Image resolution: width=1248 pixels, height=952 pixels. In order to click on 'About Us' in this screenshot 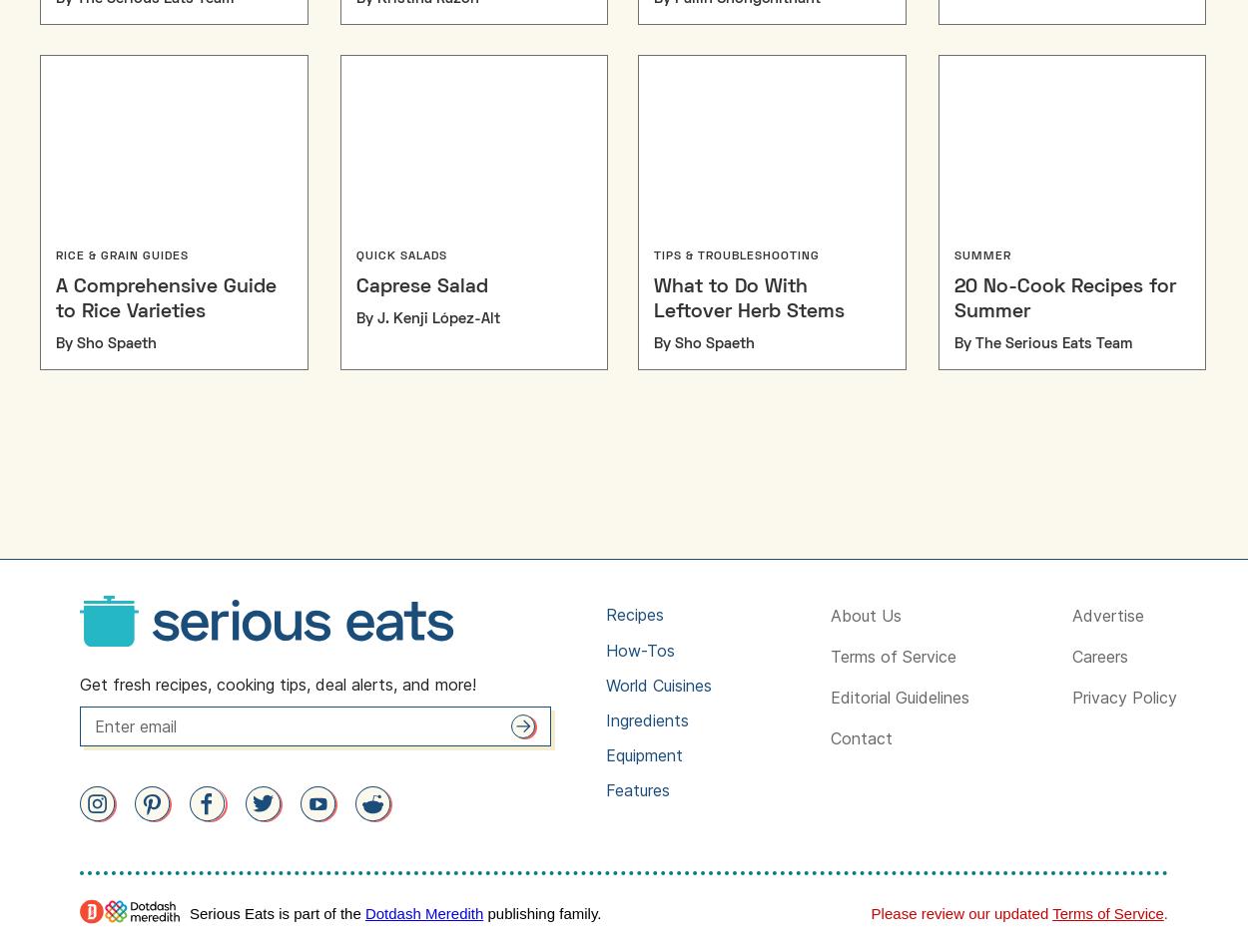, I will do `click(828, 615)`.